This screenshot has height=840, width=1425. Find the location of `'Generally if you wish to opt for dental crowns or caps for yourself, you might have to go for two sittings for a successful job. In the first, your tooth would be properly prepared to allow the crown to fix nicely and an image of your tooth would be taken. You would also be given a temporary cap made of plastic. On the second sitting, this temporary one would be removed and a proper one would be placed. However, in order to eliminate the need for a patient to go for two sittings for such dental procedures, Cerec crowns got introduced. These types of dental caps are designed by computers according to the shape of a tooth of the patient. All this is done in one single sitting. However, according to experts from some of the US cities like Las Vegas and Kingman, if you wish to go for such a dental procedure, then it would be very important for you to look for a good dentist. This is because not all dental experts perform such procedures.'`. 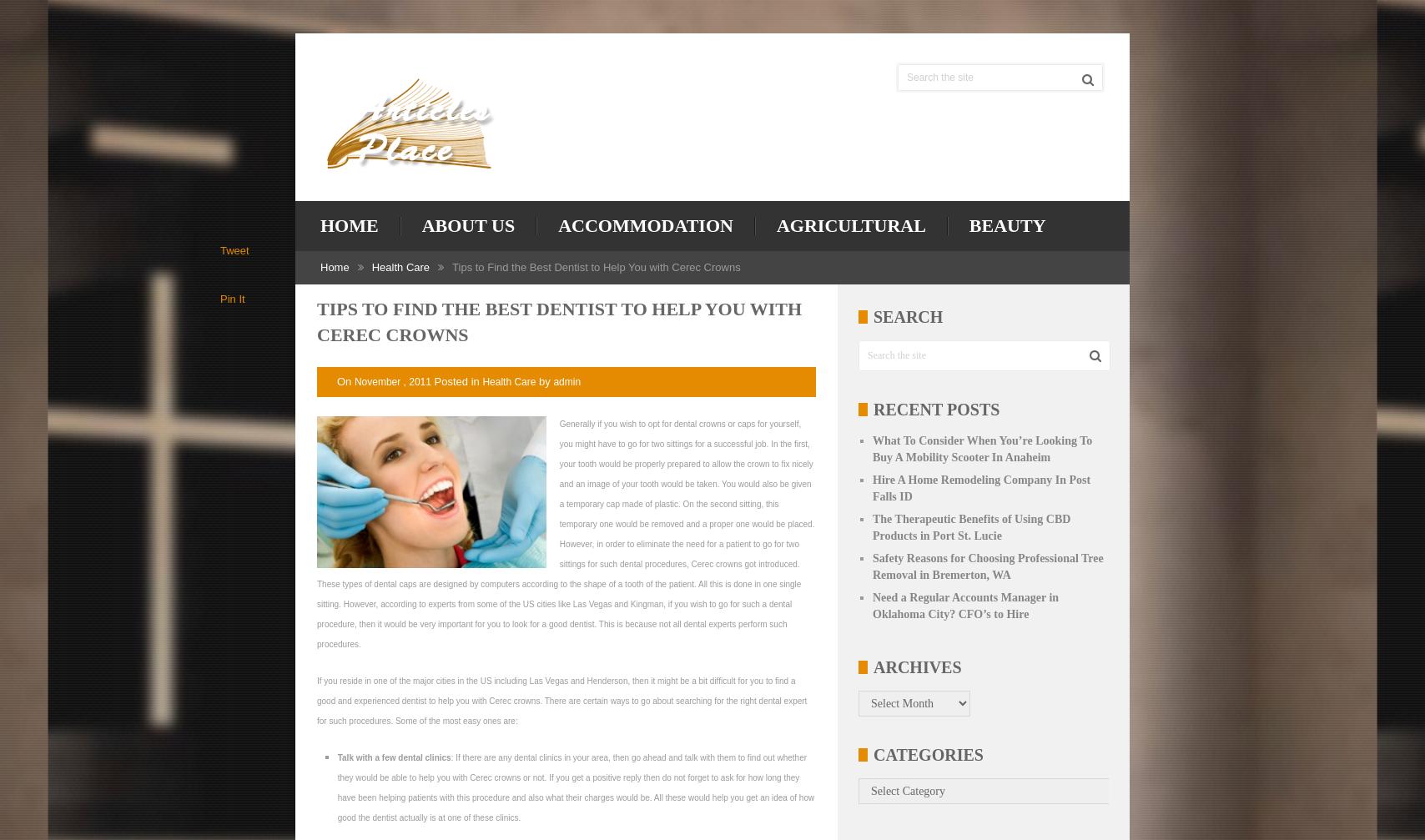

'Generally if you wish to opt for dental crowns or caps for yourself, you might have to go for two sittings for a successful job. In the first, your tooth would be properly prepared to allow the crown to fix nicely and an image of your tooth would be taken. You would also be given a temporary cap made of plastic. On the second sitting, this temporary one would be removed and a proper one would be placed. However, in order to eliminate the need for a patient to go for two sittings for such dental procedures, Cerec crowns got introduced. These types of dental caps are designed by computers according to the shape of a tooth of the patient. All this is done in one single sitting. However, according to experts from some of the US cities like Las Vegas and Kingman, if you wish to go for such a dental procedure, then it would be very important for you to look for a good dentist. This is because not all dental experts perform such procedures.' is located at coordinates (566, 532).